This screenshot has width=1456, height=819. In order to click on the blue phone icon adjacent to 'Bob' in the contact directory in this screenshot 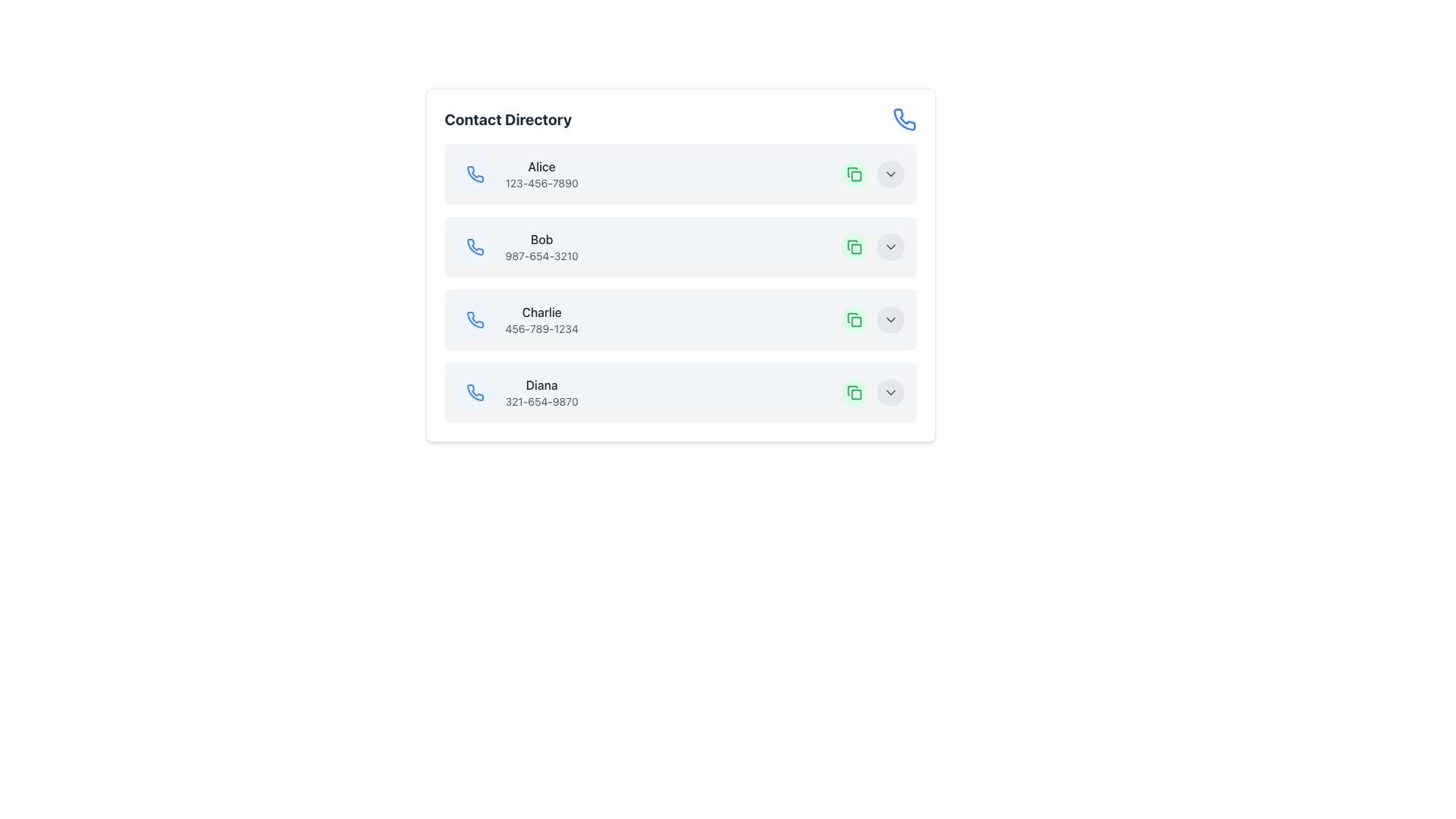, I will do `click(474, 246)`.